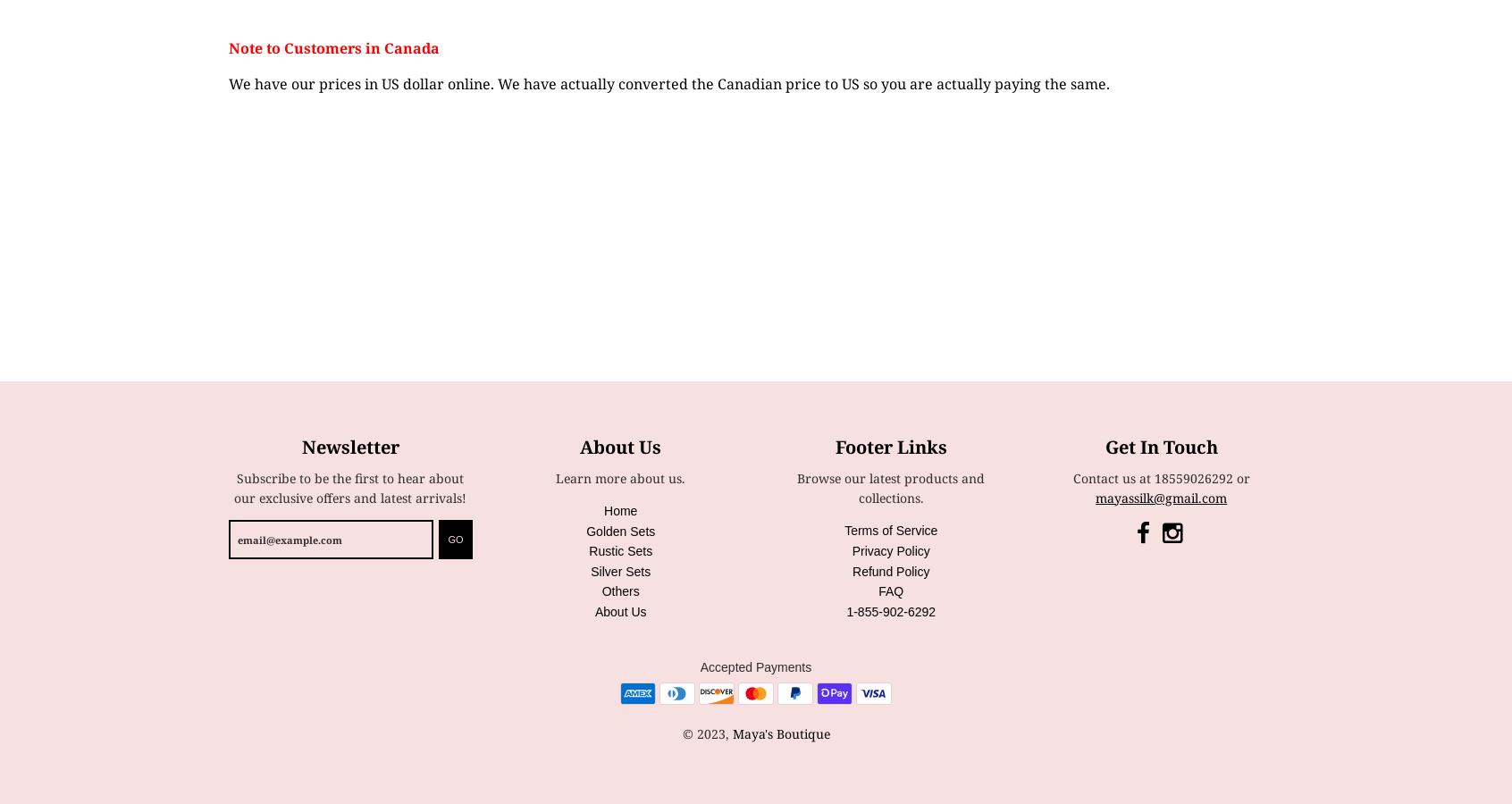 The height and width of the screenshot is (804, 1512). What do you see at coordinates (620, 531) in the screenshot?
I see `'Golden Sets'` at bounding box center [620, 531].